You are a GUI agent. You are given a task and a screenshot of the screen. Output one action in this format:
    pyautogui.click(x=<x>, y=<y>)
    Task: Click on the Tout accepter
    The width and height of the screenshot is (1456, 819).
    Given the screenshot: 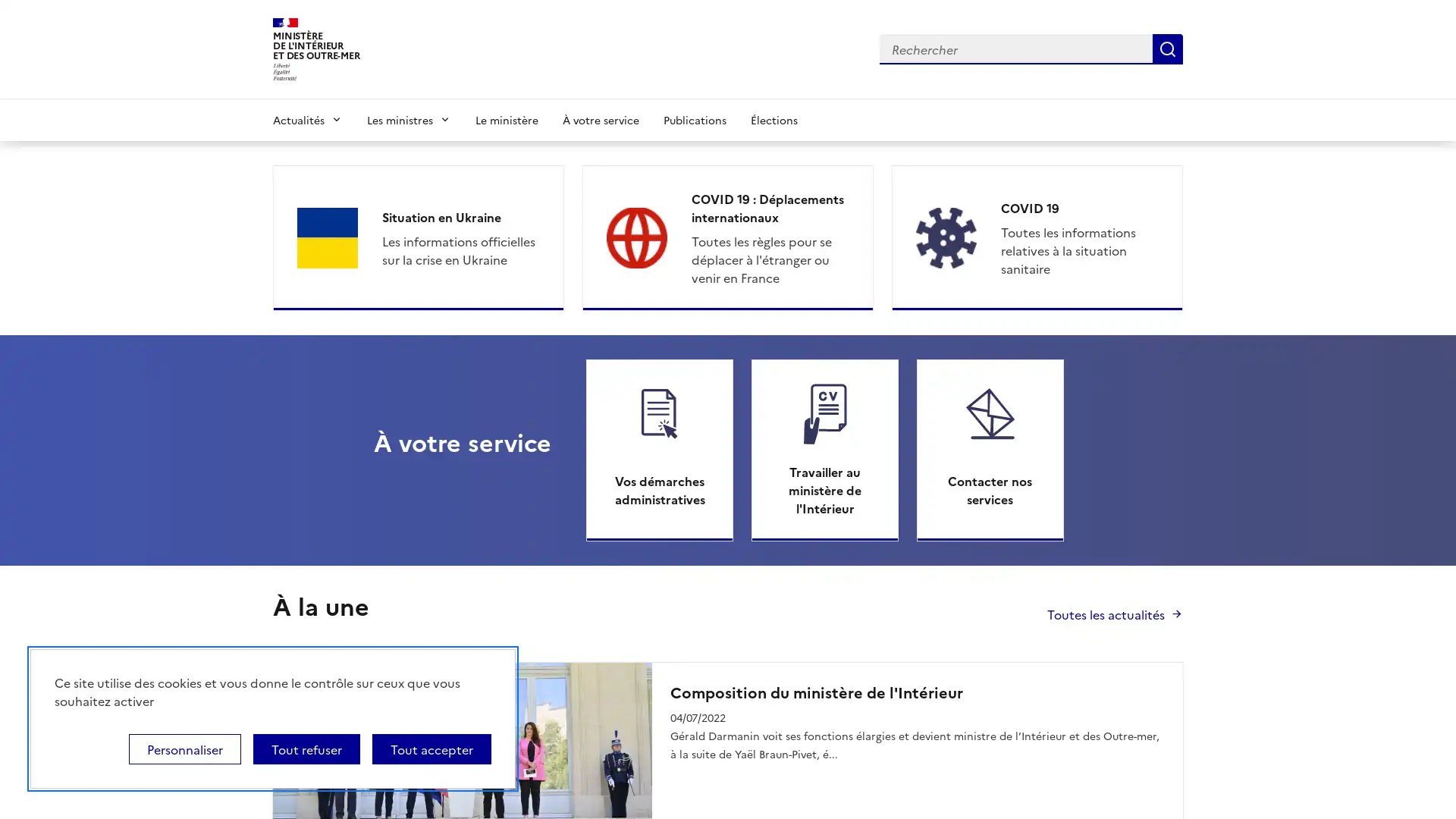 What is the action you would take?
    pyautogui.click(x=431, y=748)
    